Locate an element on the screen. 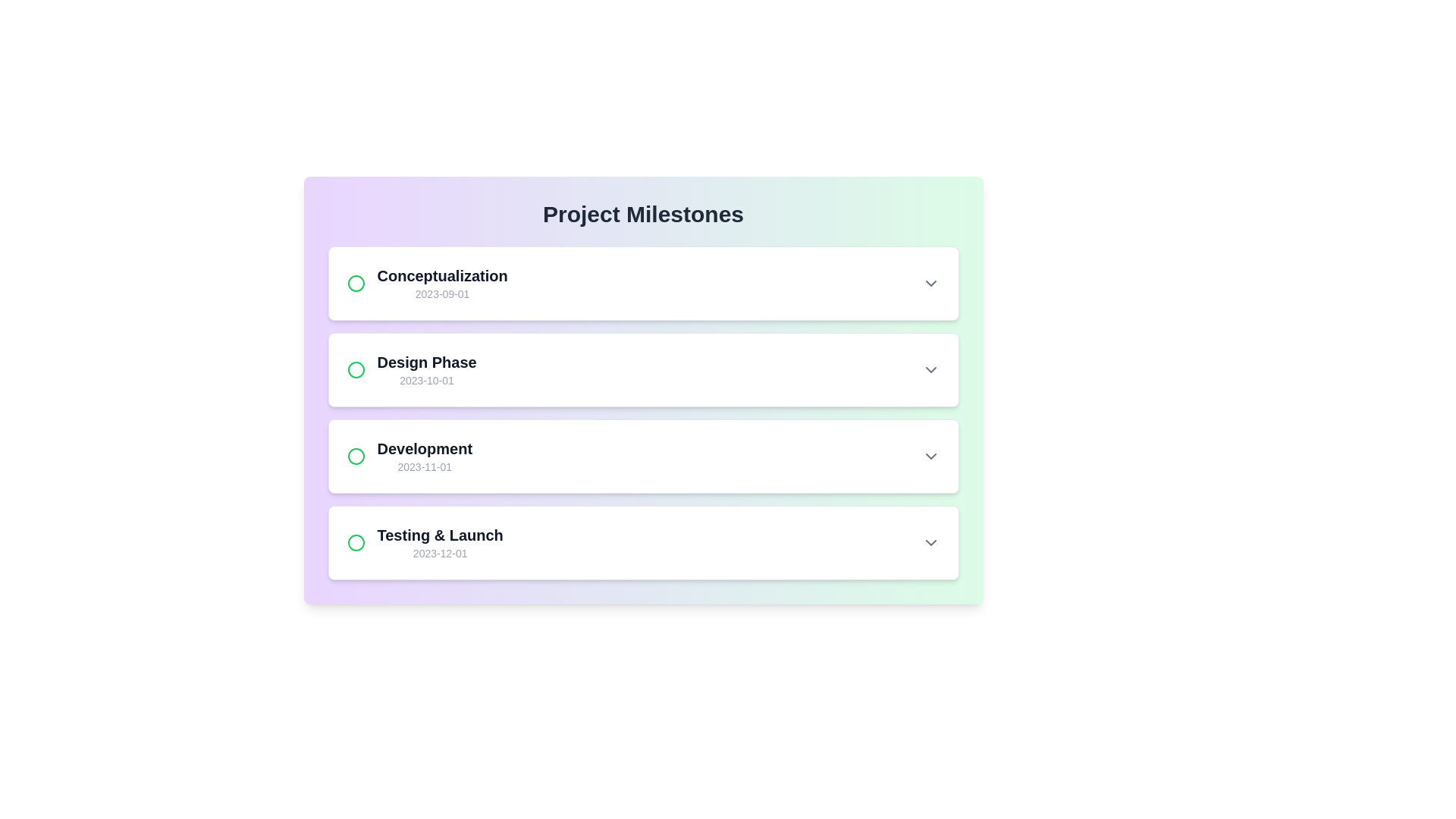 Image resolution: width=1456 pixels, height=819 pixels. the icon located to the left of the 'Design Phase' text and above the '2023-10-01' text in the 'Project Milestones' interface is located at coordinates (355, 370).